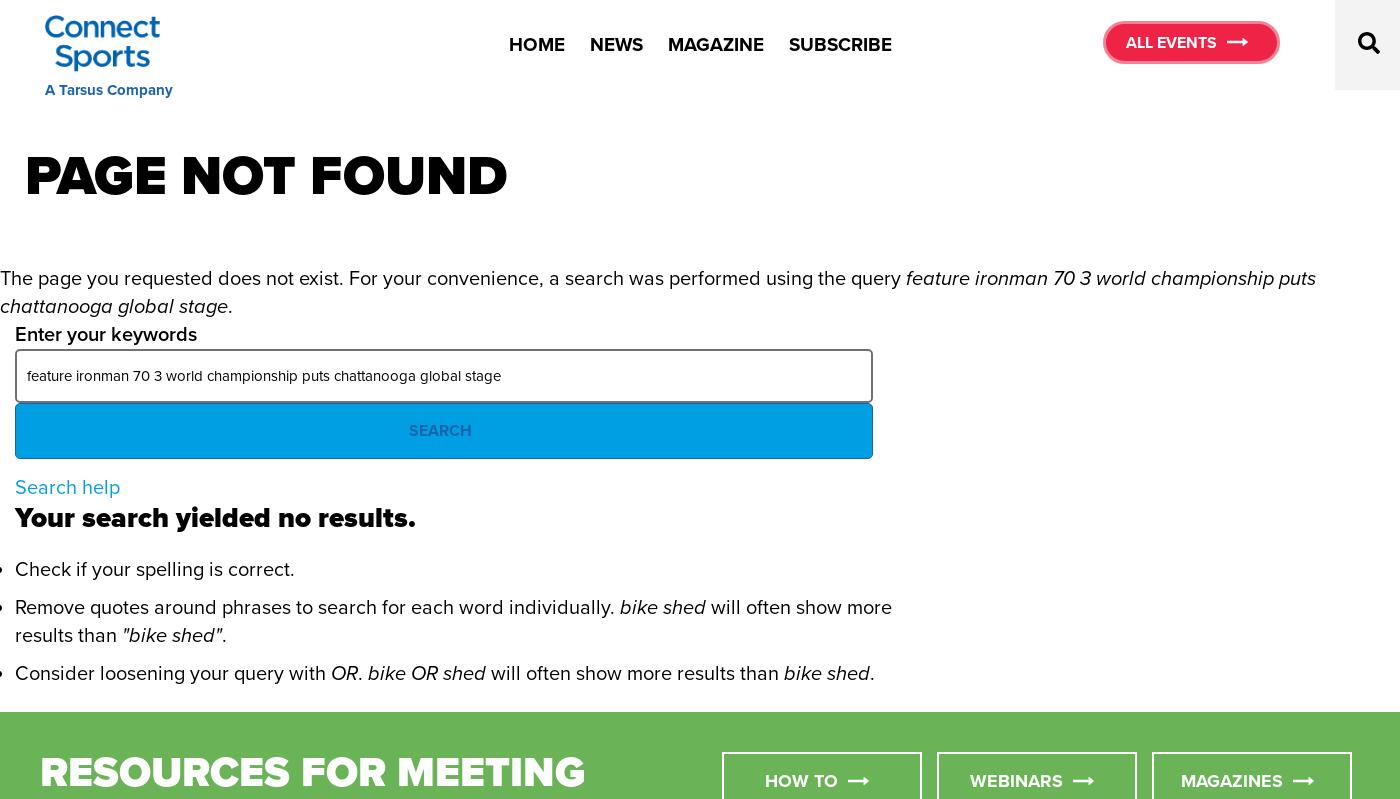  I want to click on 'Magazine', so click(714, 43).